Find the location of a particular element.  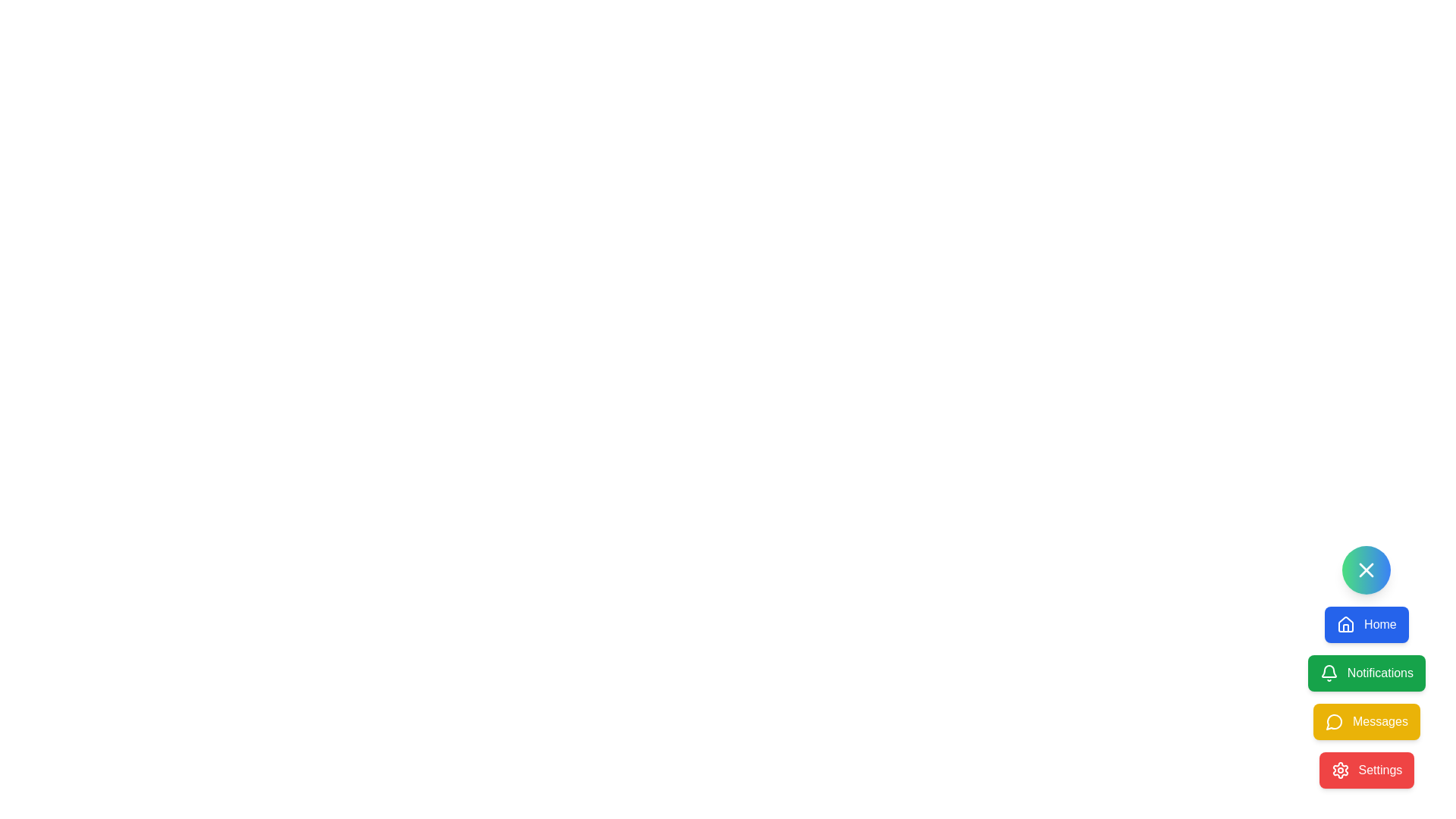

the circular button with a gradient color transitioning from green to blue, featuring a centered white 'X' icon, to activate its hover effect is located at coordinates (1367, 570).